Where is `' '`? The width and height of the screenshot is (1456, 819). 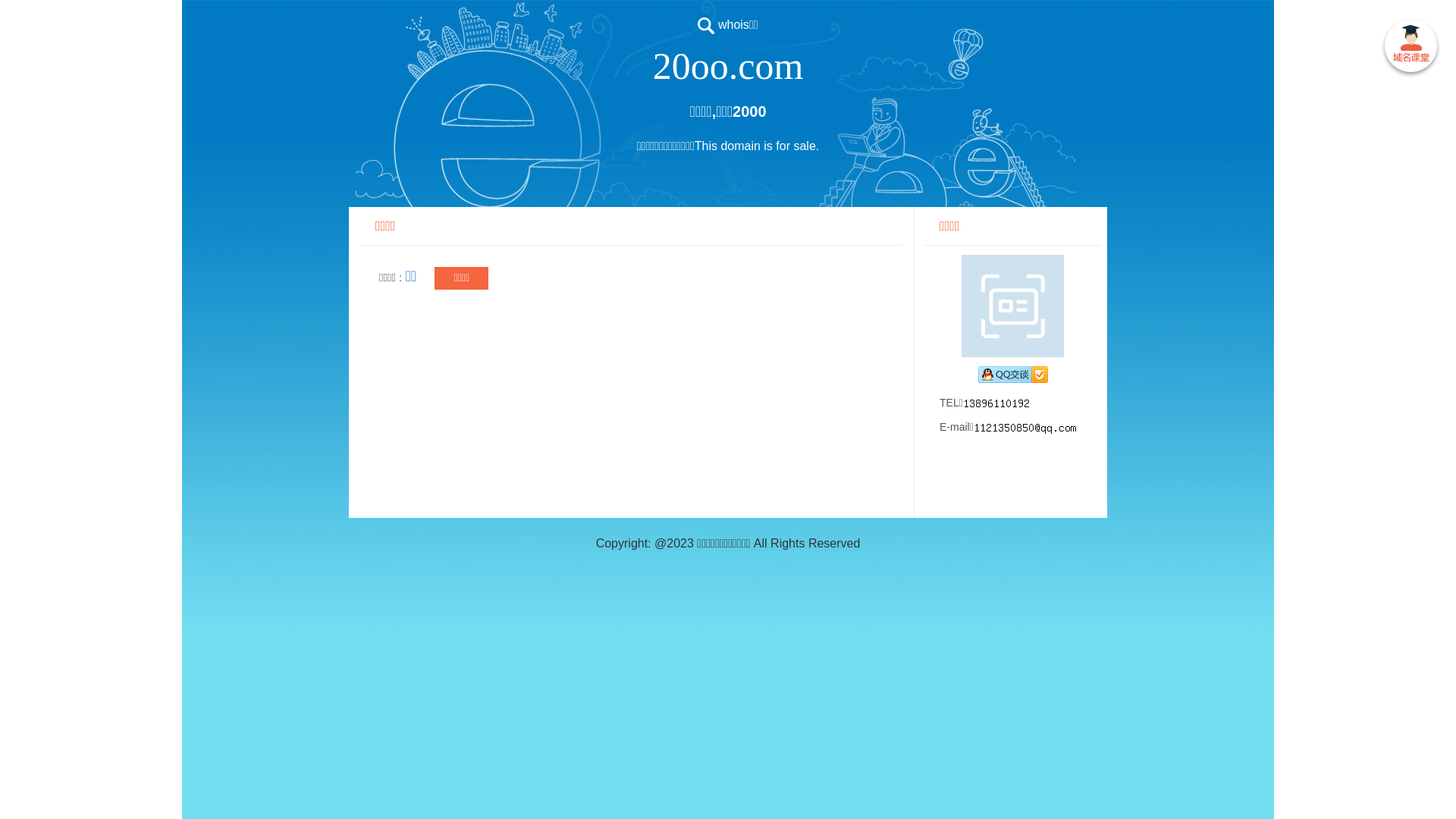
' ' is located at coordinates (1410, 47).